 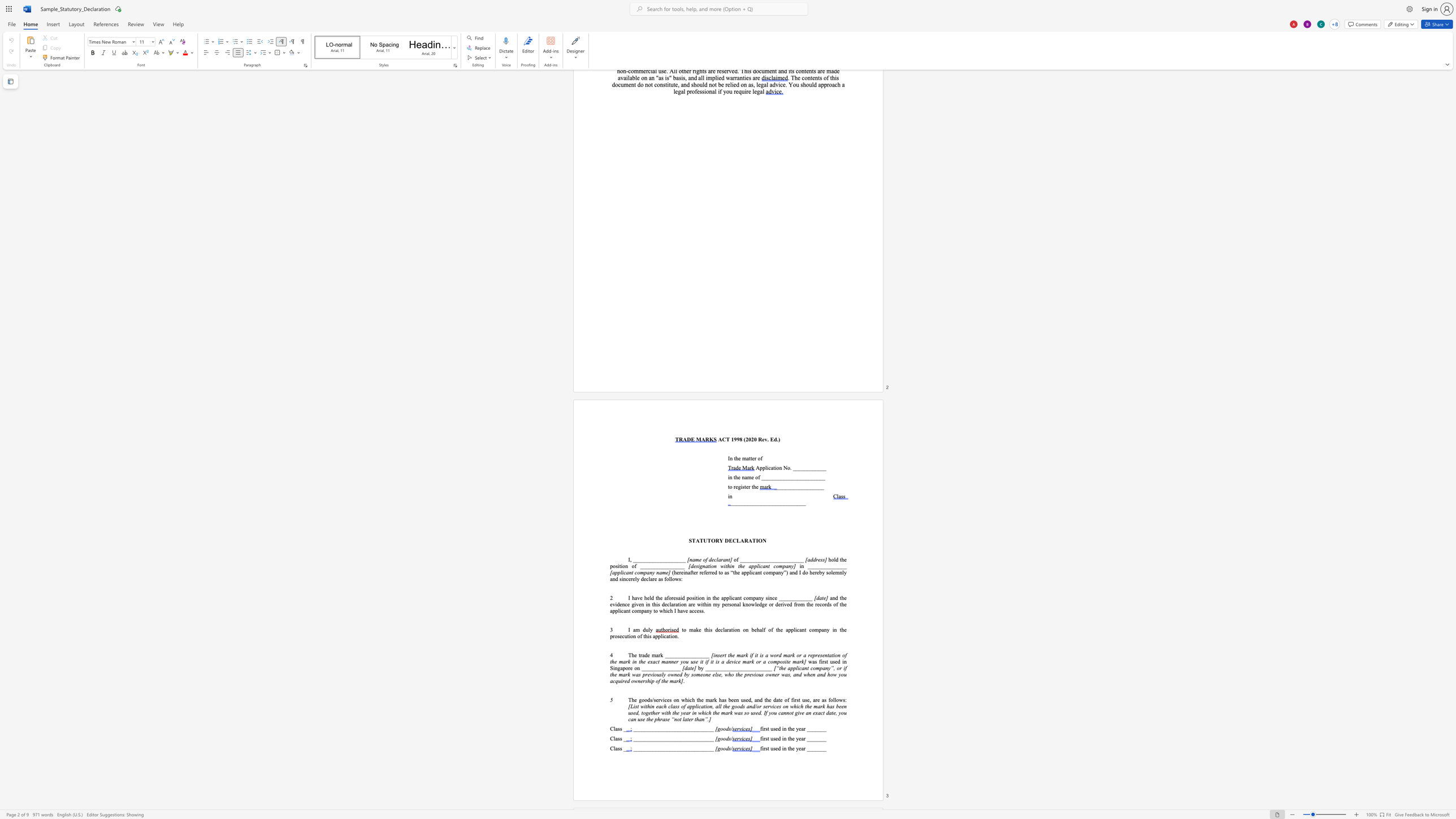 I want to click on the space between the continuous character "C" and "L" in the text, so click(x=736, y=540).